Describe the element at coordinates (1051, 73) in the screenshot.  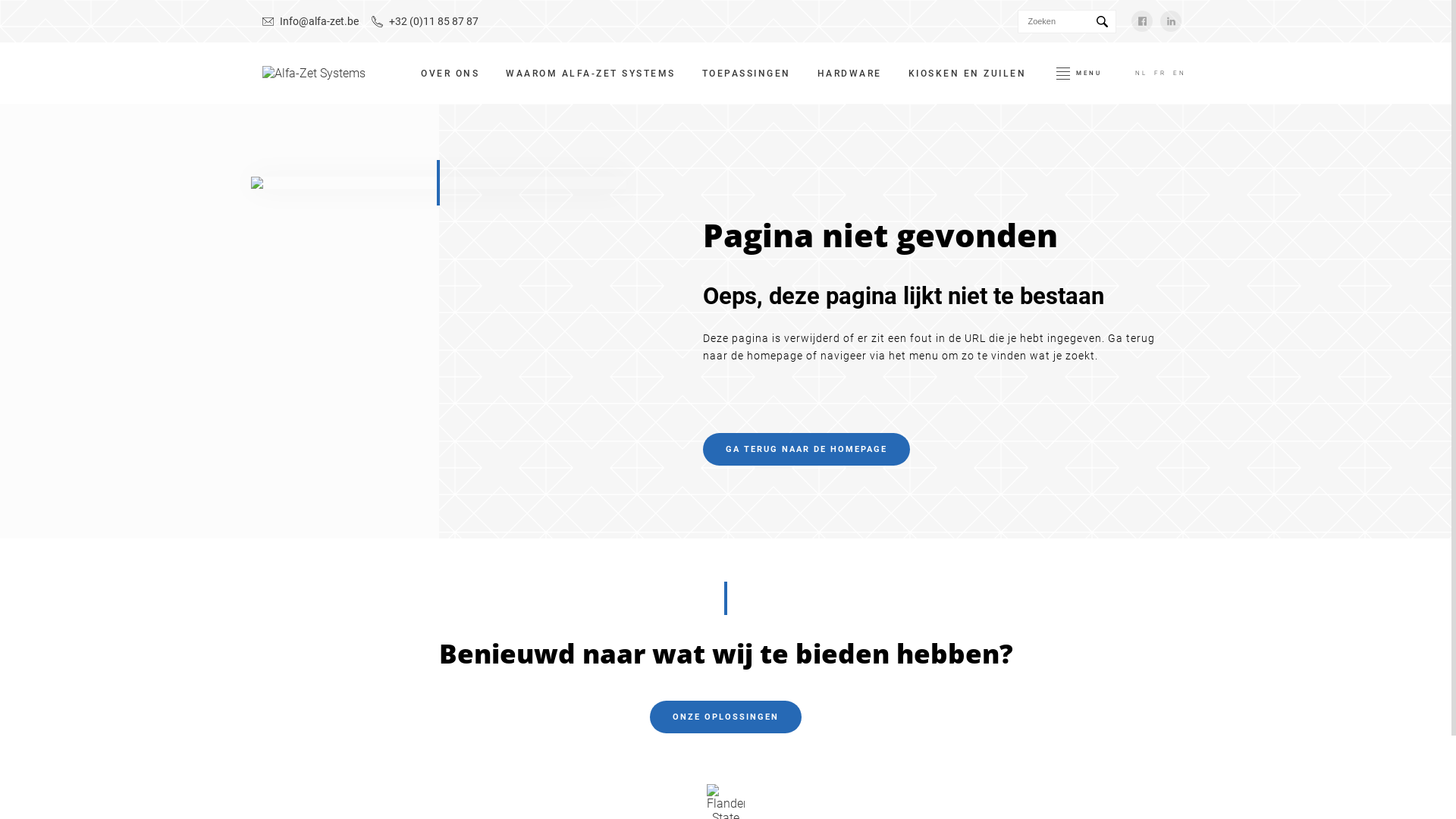
I see `'MENU'` at that location.